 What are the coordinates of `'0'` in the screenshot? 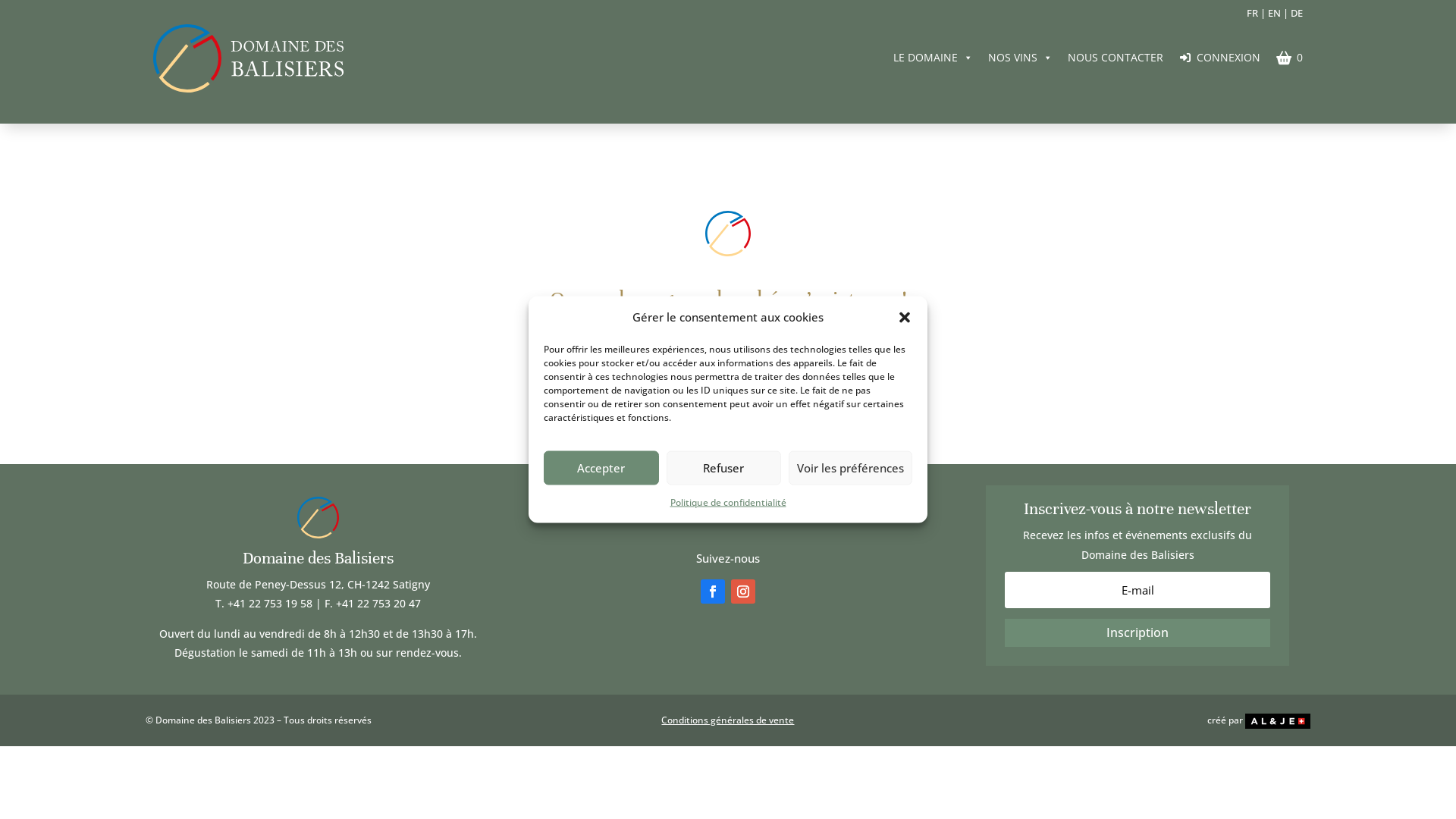 It's located at (1288, 55).